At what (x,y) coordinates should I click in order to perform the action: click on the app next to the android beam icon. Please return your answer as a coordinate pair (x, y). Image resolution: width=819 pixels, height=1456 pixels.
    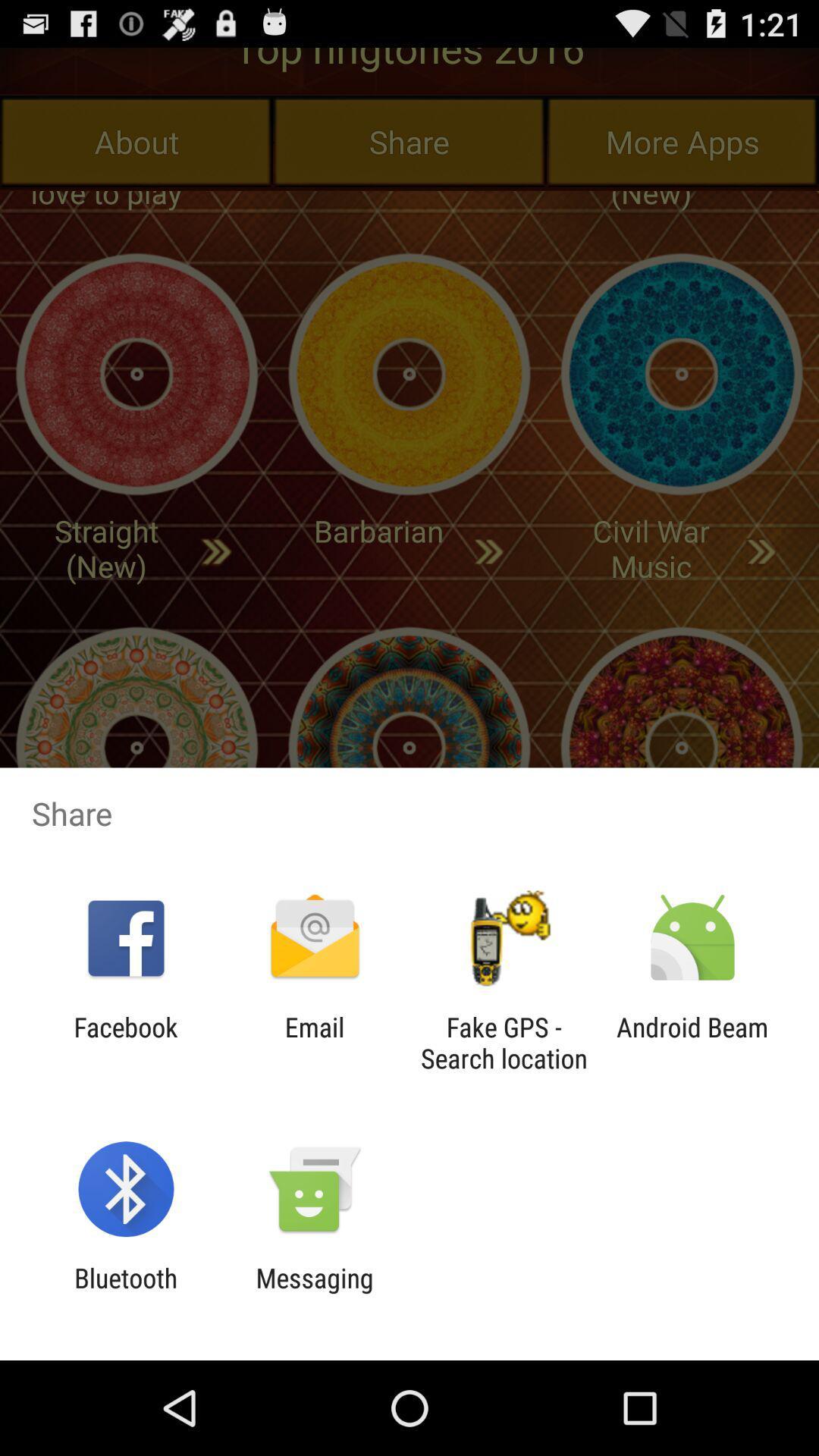
    Looking at the image, I should click on (504, 1042).